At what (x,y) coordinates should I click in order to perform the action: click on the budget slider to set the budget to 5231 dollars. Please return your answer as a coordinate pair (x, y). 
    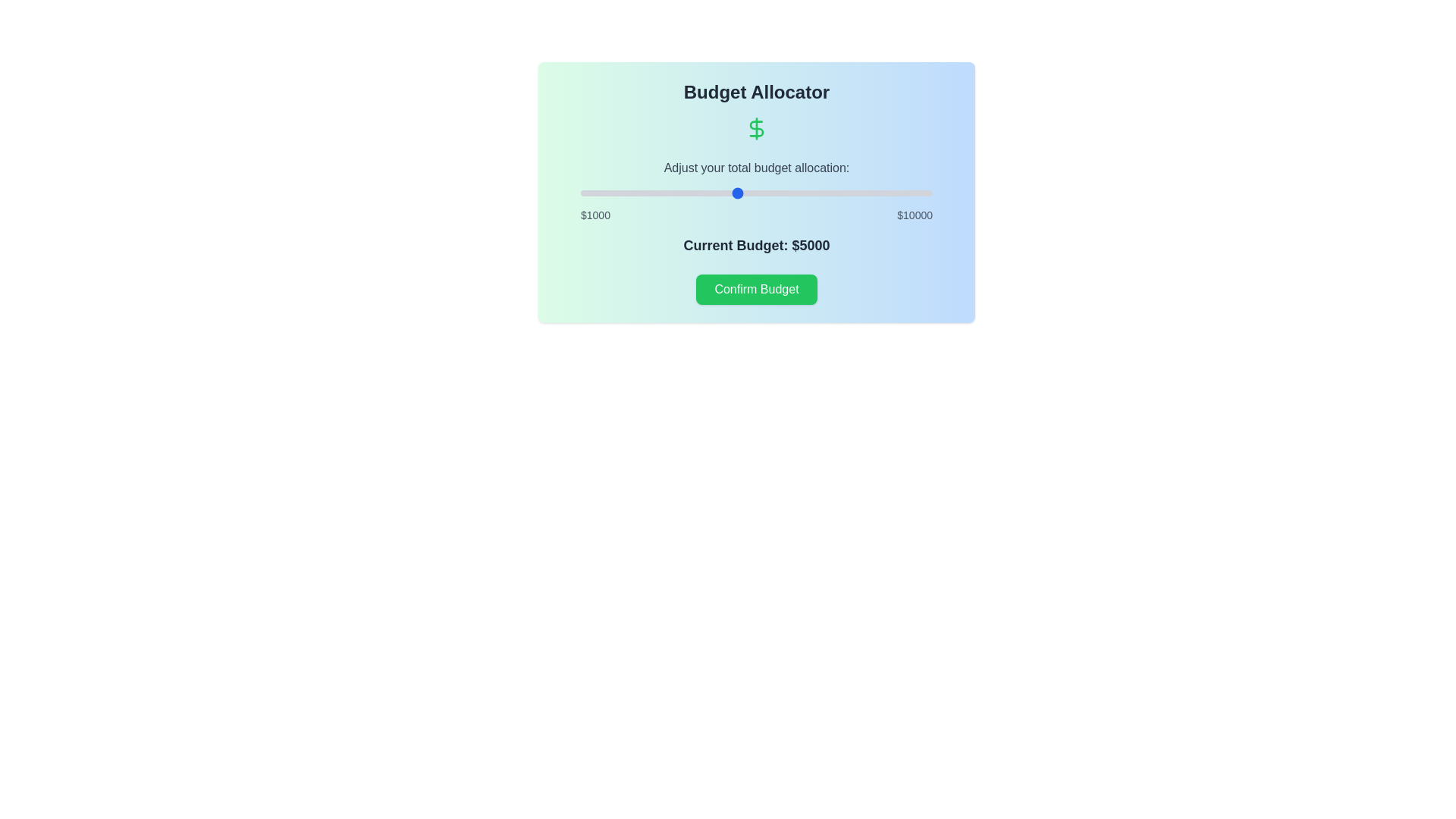
    Looking at the image, I should click on (746, 192).